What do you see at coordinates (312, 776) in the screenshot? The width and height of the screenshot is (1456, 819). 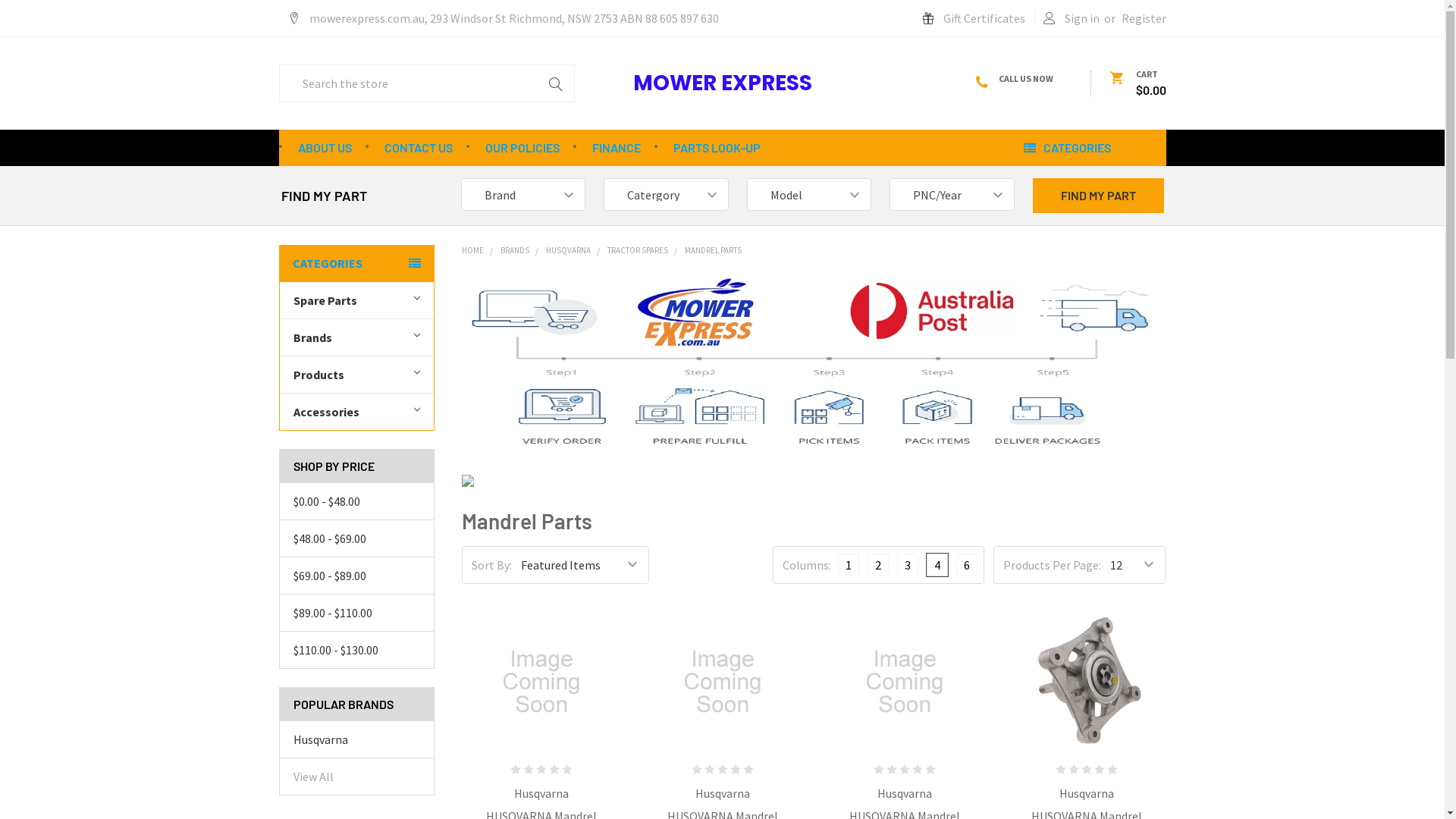 I see `'View All'` at bounding box center [312, 776].